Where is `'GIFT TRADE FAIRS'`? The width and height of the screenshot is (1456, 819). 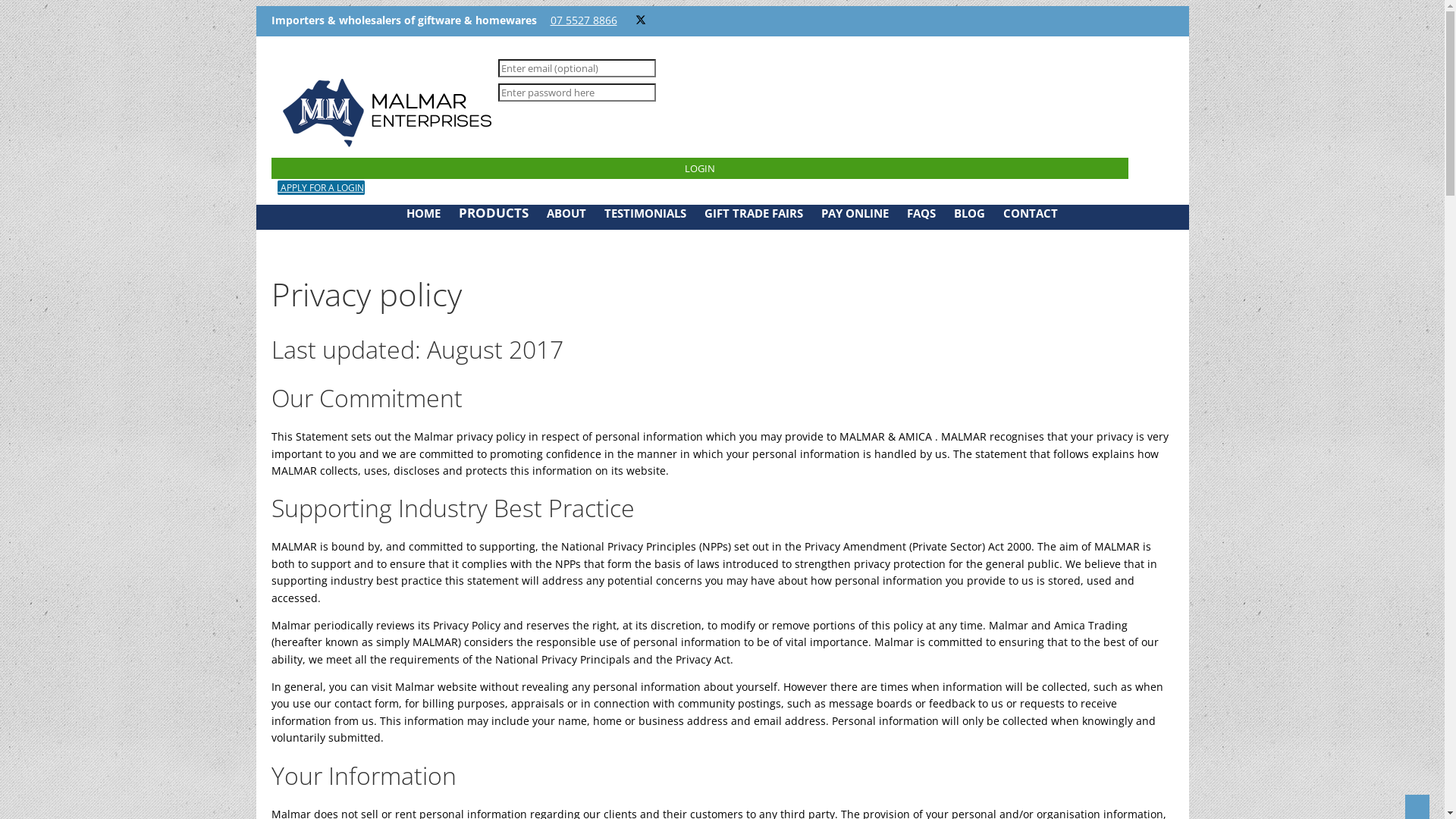
'GIFT TRADE FAIRS' is located at coordinates (702, 213).